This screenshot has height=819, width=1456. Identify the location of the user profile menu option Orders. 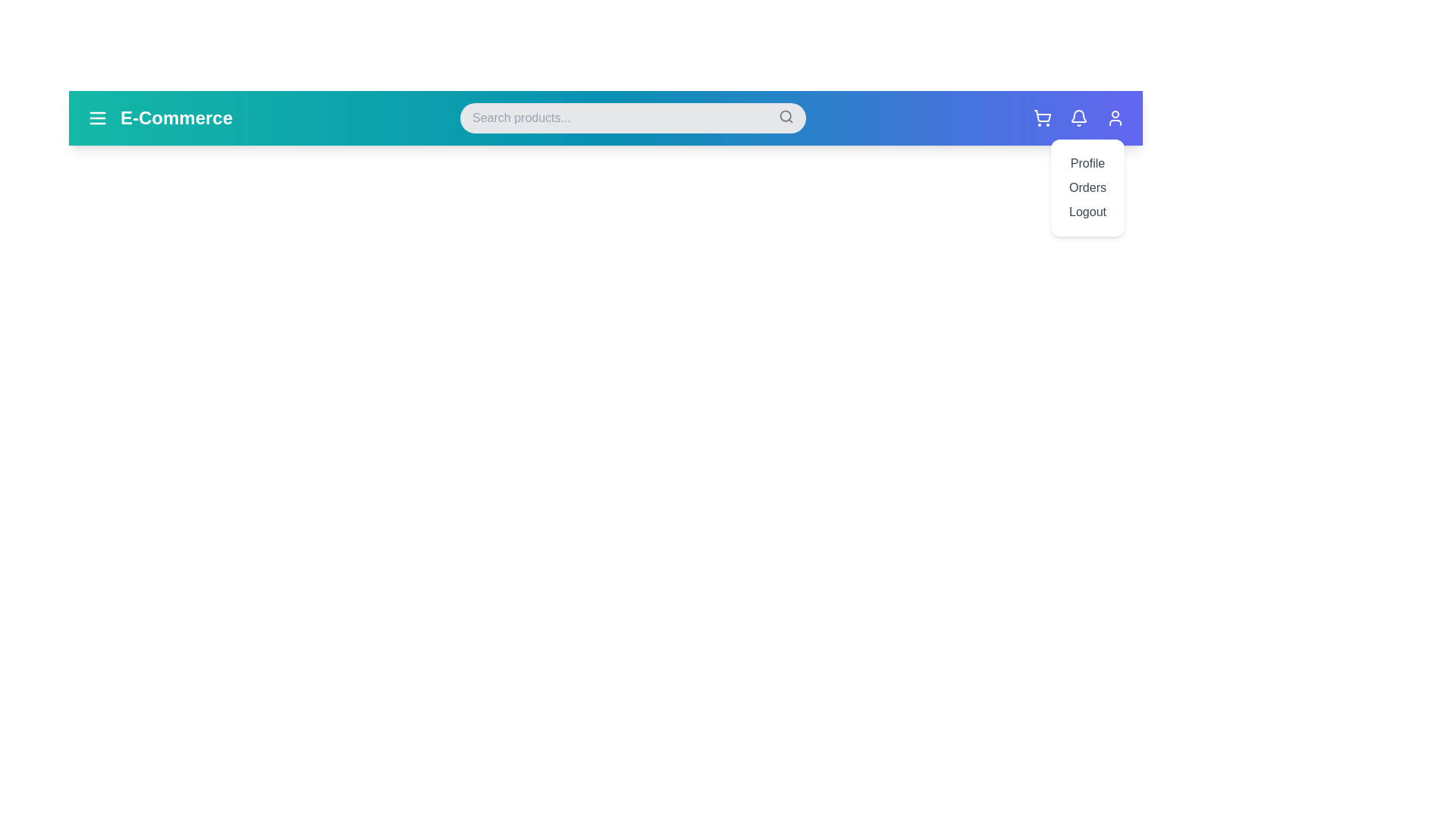
(1087, 187).